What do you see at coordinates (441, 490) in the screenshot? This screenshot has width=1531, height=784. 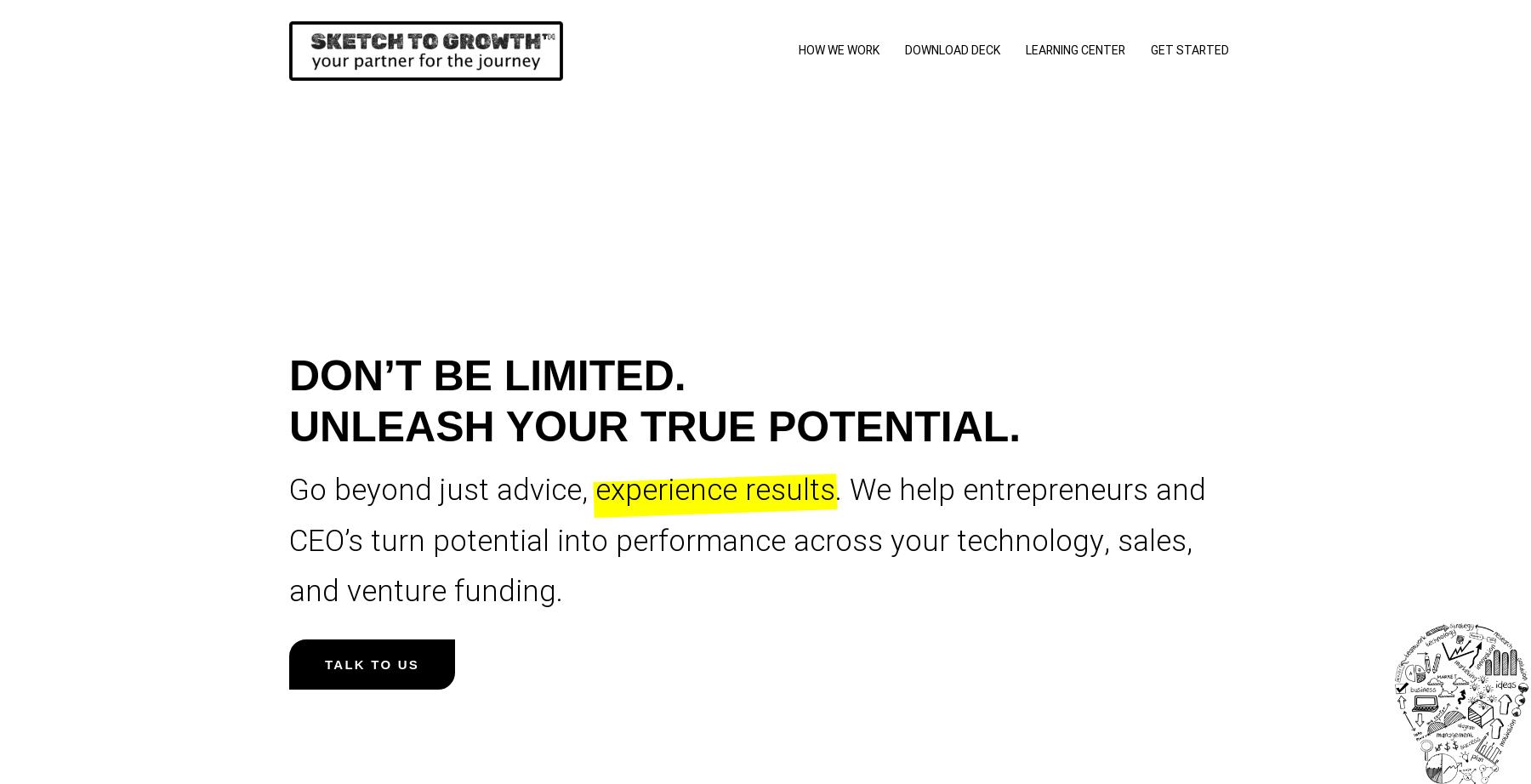 I see `'Go beyond just advice,'` at bounding box center [441, 490].